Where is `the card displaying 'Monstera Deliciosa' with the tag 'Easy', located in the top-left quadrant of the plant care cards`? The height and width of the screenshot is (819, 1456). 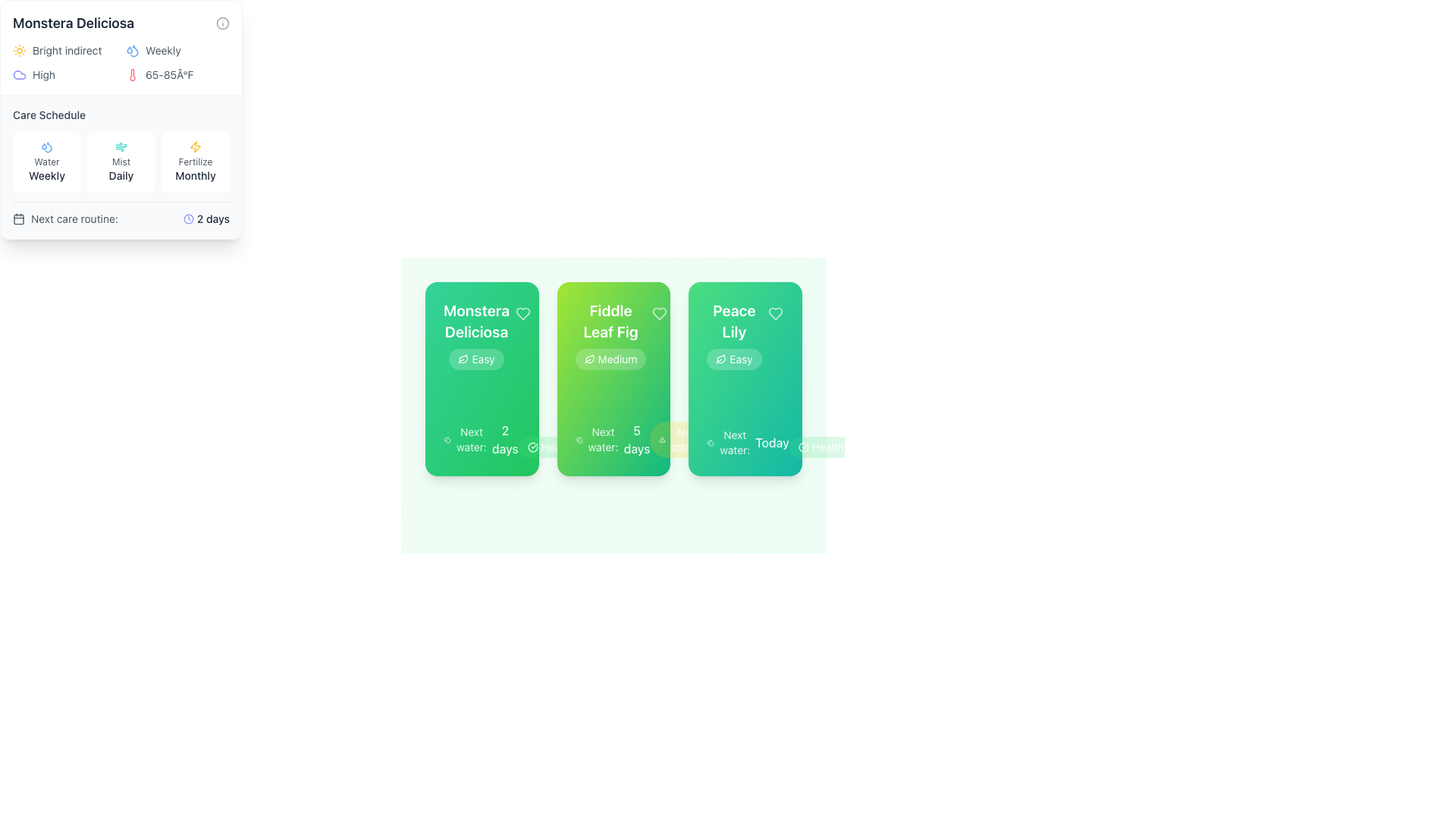
the card displaying 'Monstera Deliciosa' with the tag 'Easy', located in the top-left quadrant of the plant care cards is located at coordinates (481, 334).